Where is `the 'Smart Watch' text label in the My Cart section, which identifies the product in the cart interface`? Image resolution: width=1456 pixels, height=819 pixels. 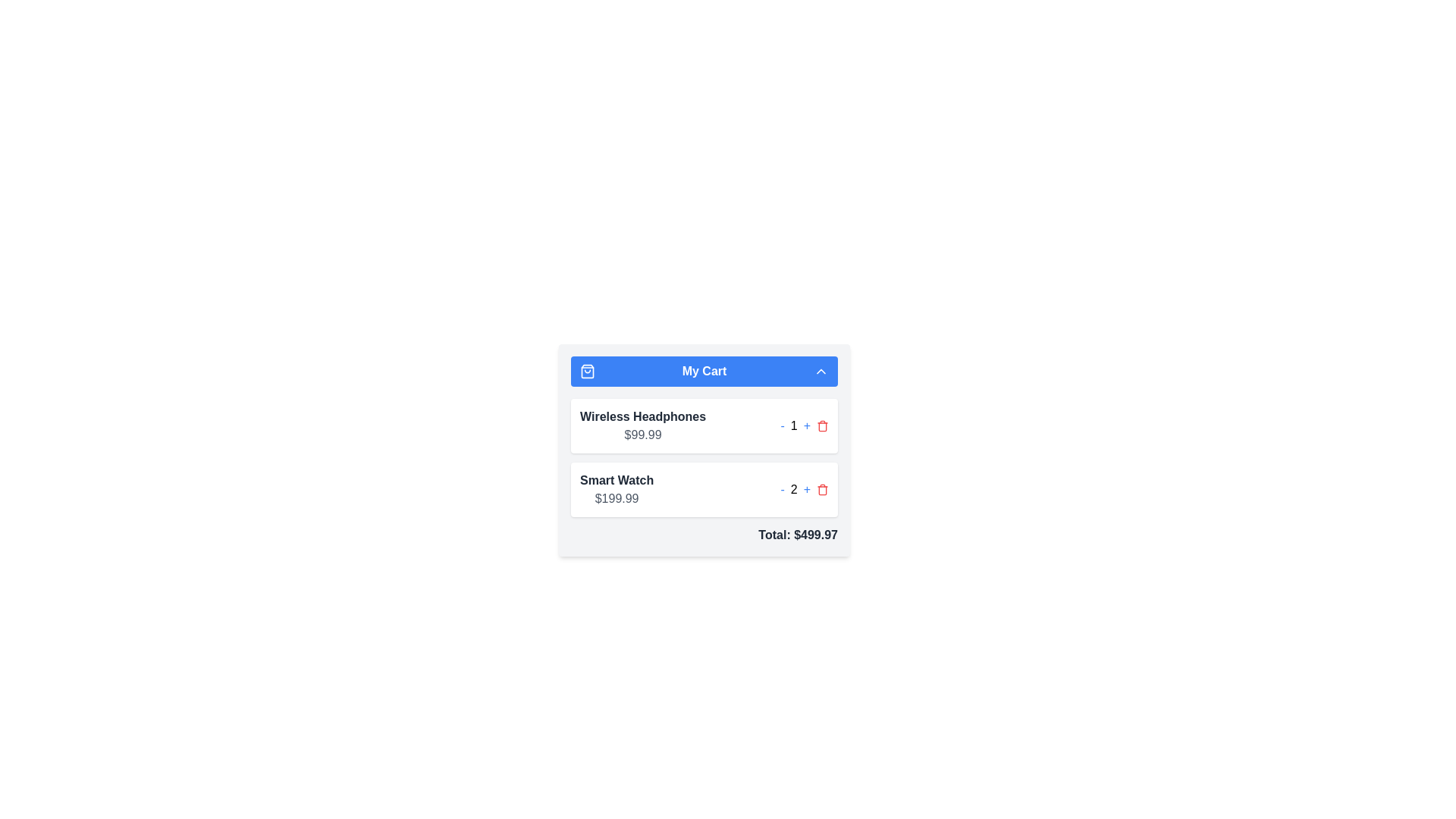 the 'Smart Watch' text label in the My Cart section, which identifies the product in the cart interface is located at coordinates (617, 480).